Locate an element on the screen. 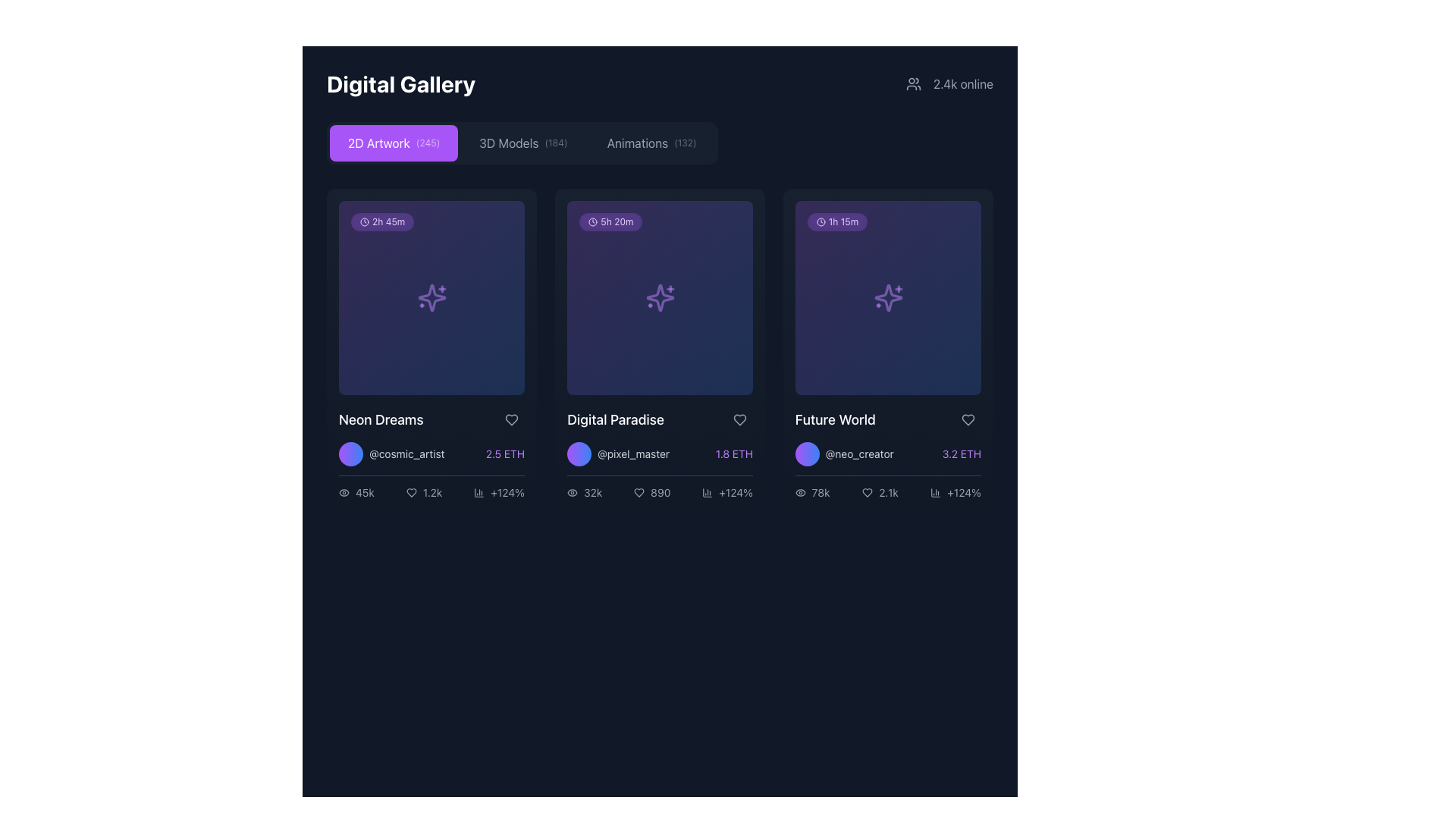  text displayed in the Statistic Label located below the heart icon of the 'Future World' gallery card is located at coordinates (955, 493).